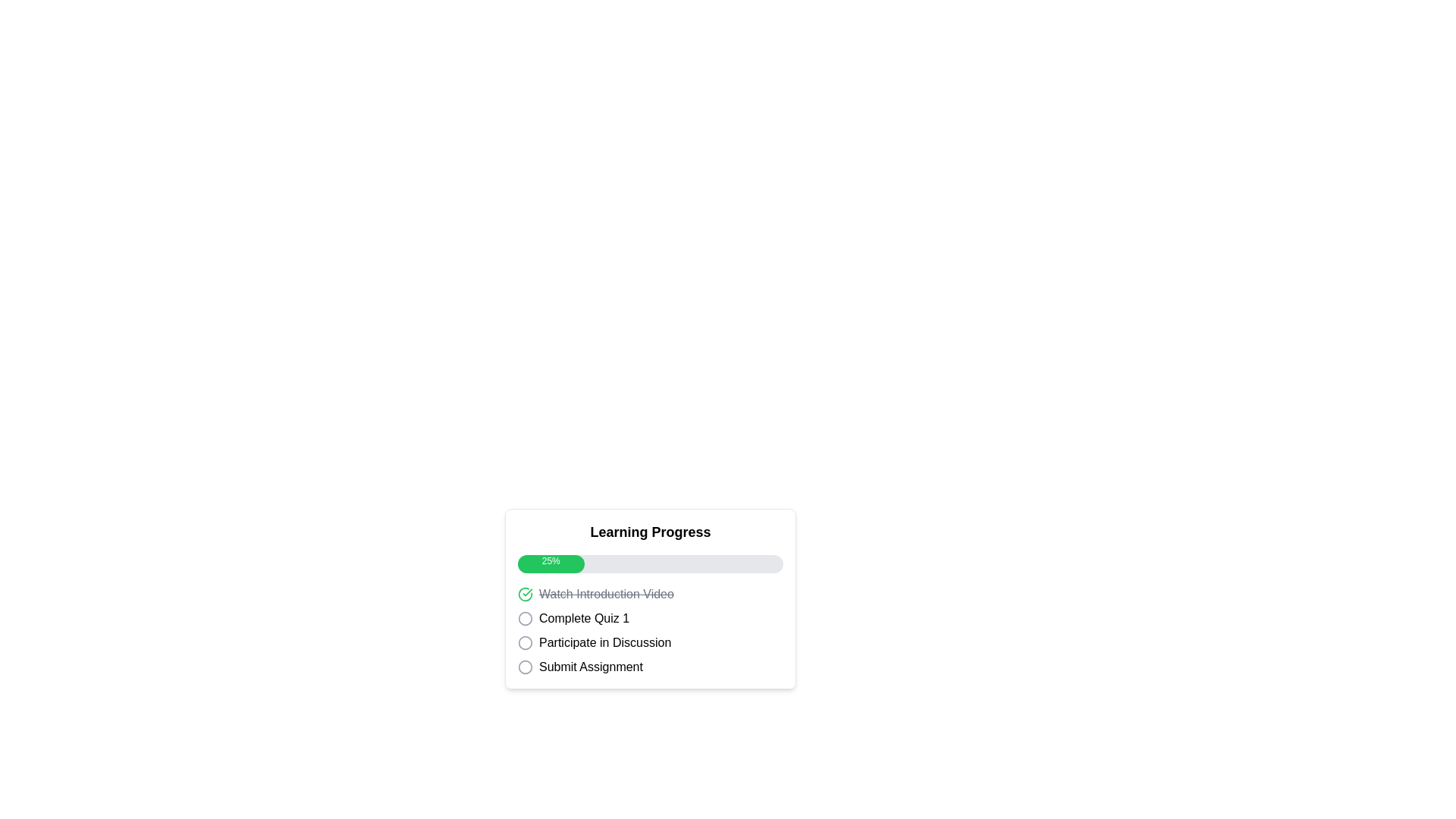 The image size is (1456, 819). What do you see at coordinates (525, 619) in the screenshot?
I see `the status icon indicating 'incomplete' for the task 'Complete Quiz 1' in the 'Learning Progress' section` at bounding box center [525, 619].